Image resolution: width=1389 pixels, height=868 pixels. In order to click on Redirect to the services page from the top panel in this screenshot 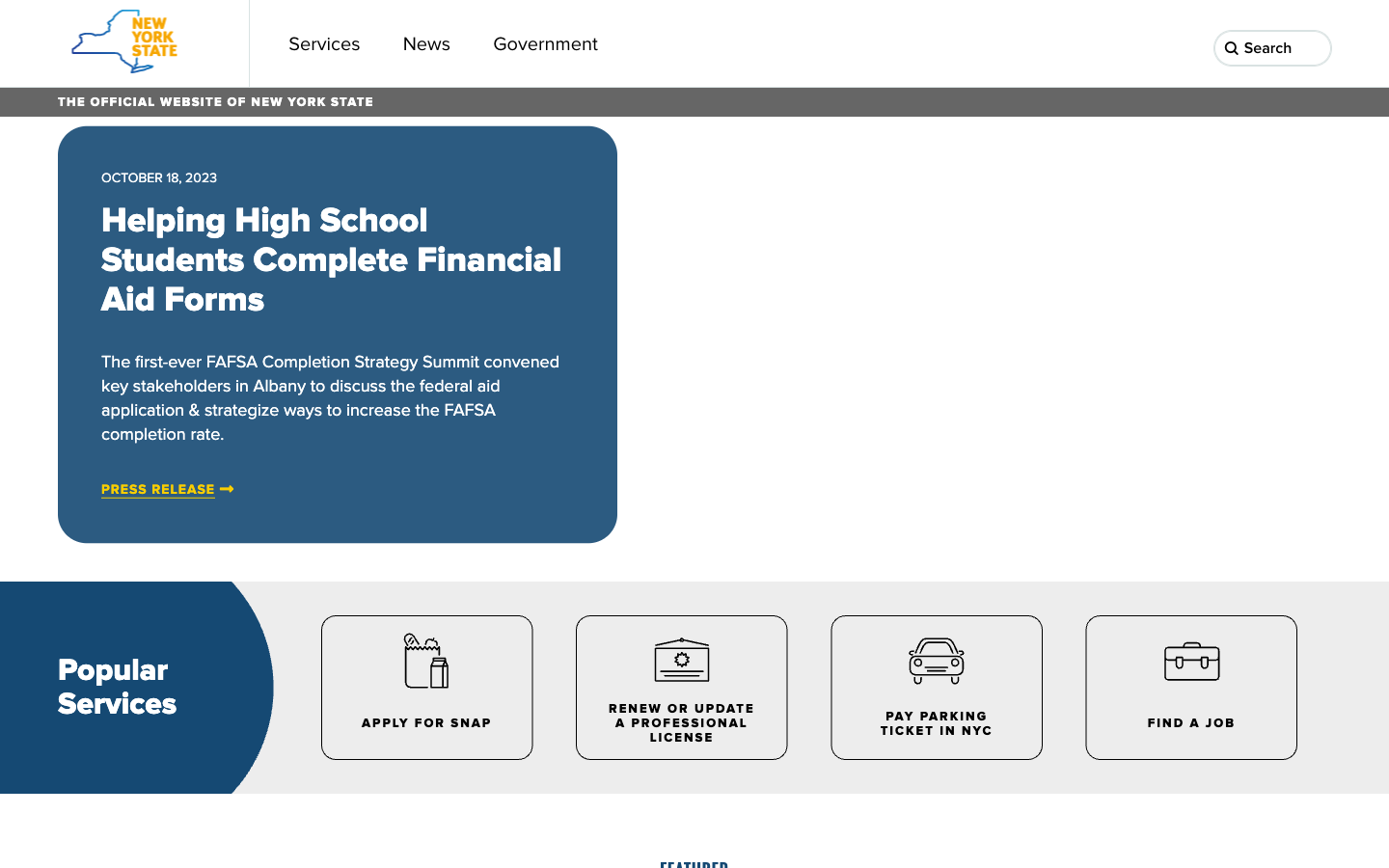, I will do `click(324, 42)`.